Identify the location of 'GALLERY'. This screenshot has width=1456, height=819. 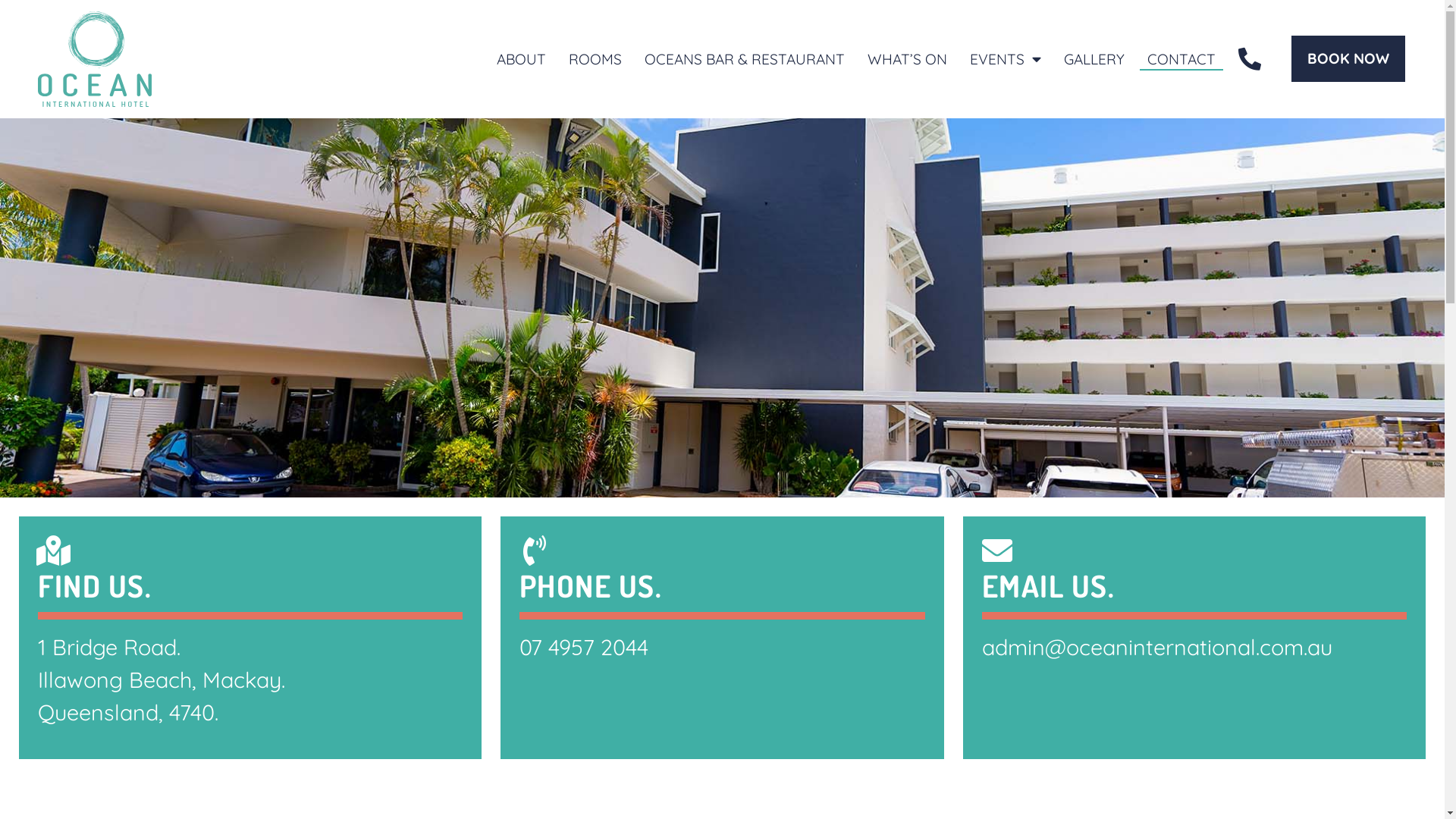
(1094, 58).